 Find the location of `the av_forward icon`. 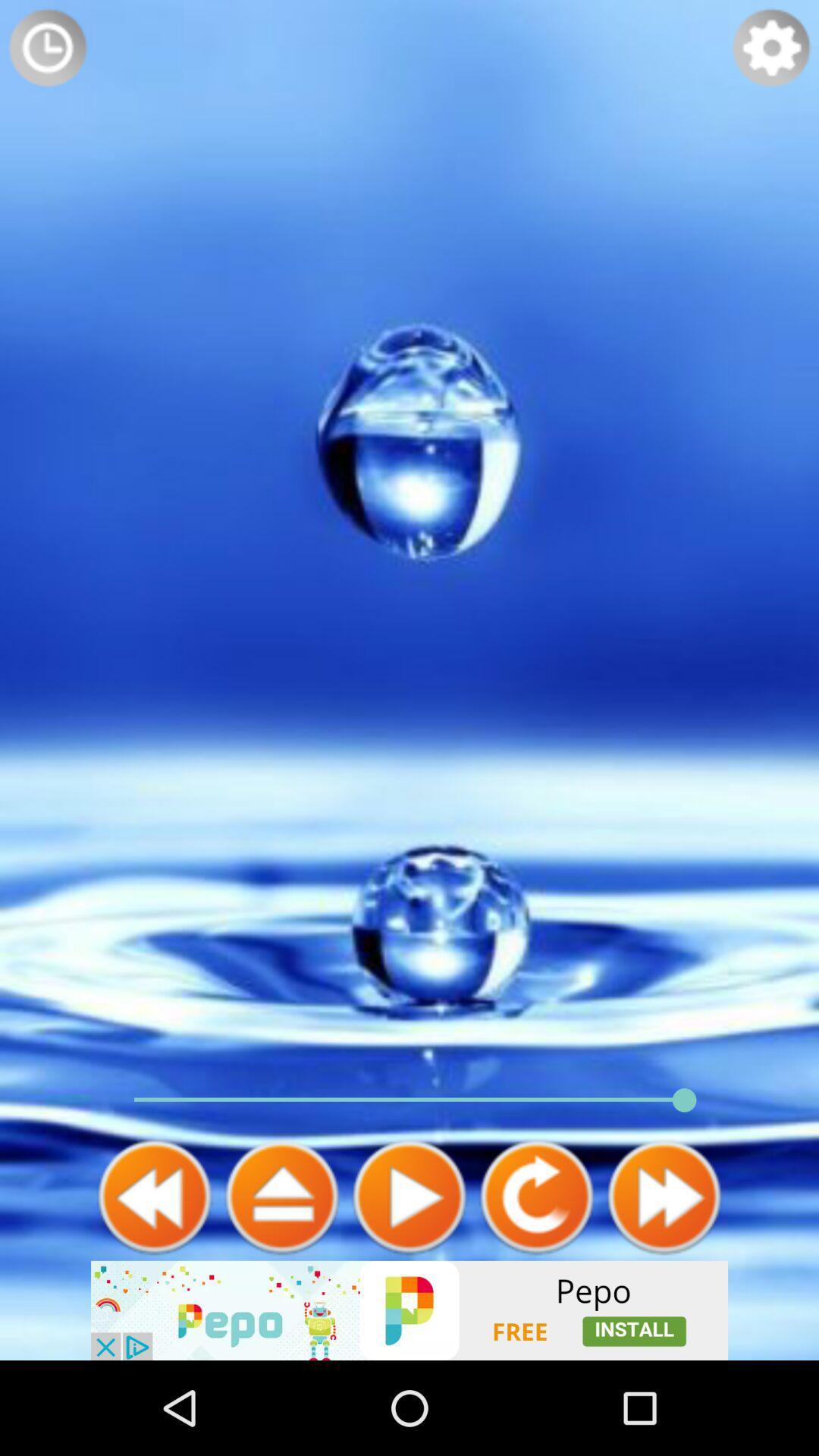

the av_forward icon is located at coordinates (663, 1280).